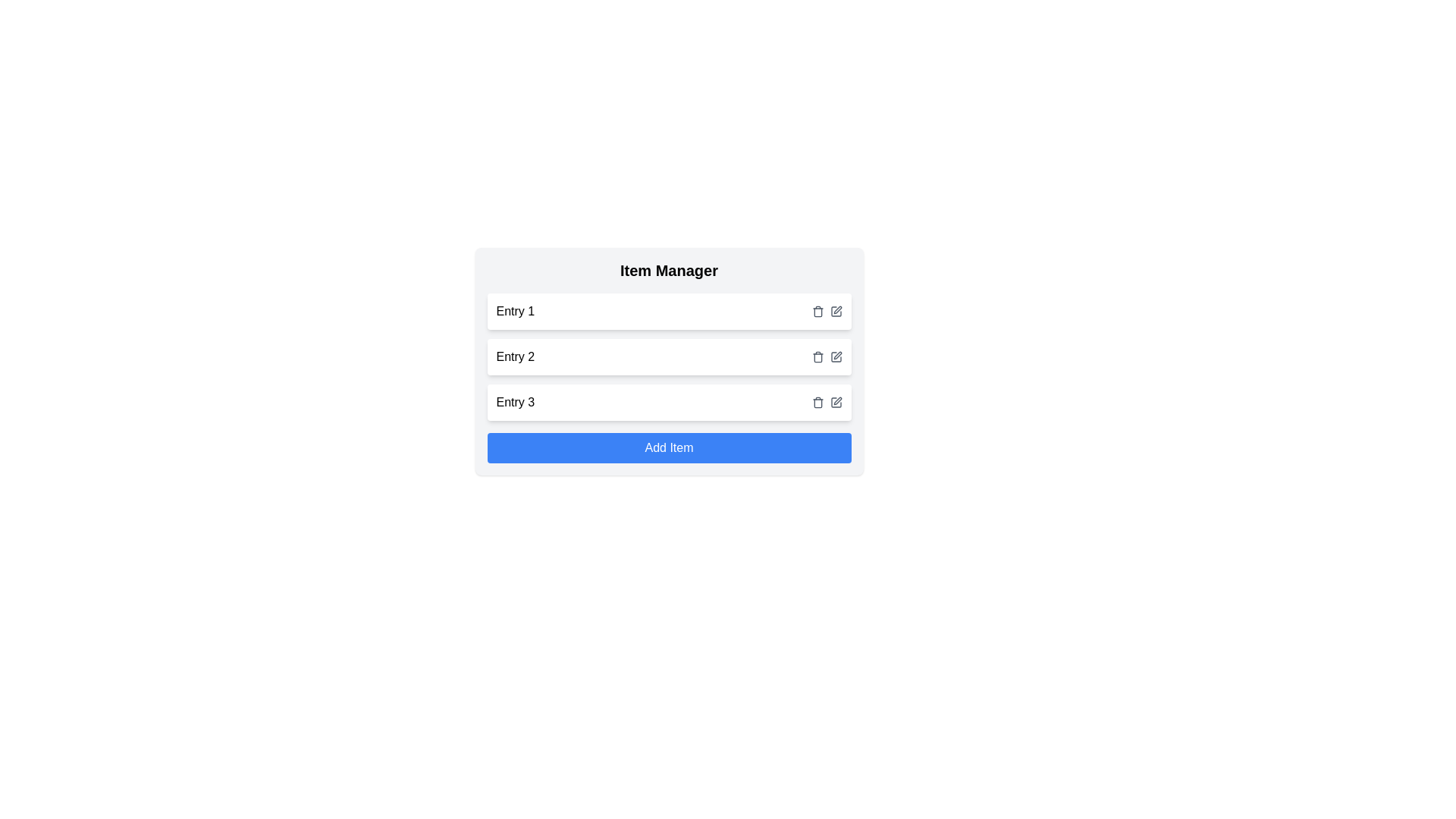 This screenshot has height=819, width=1456. What do you see at coordinates (668, 270) in the screenshot?
I see `the 'Item Manager' heading to indicate selection` at bounding box center [668, 270].